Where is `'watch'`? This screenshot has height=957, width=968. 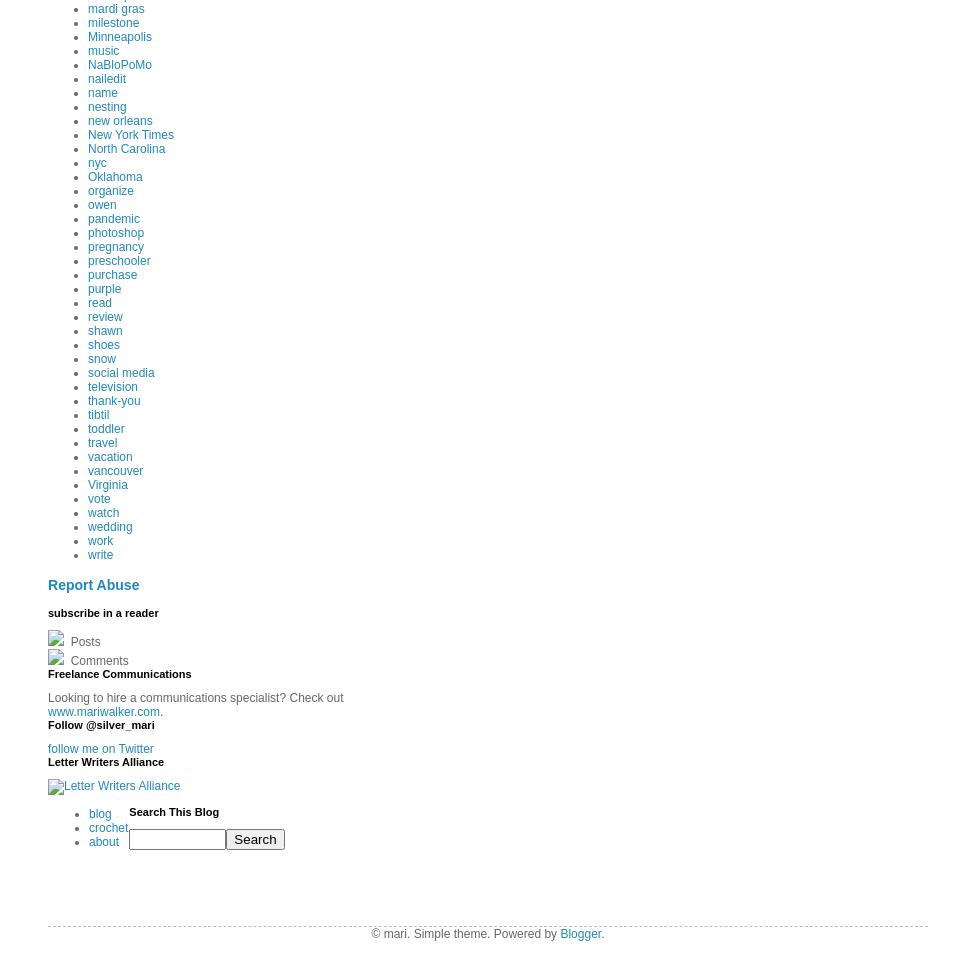
'watch' is located at coordinates (103, 513).